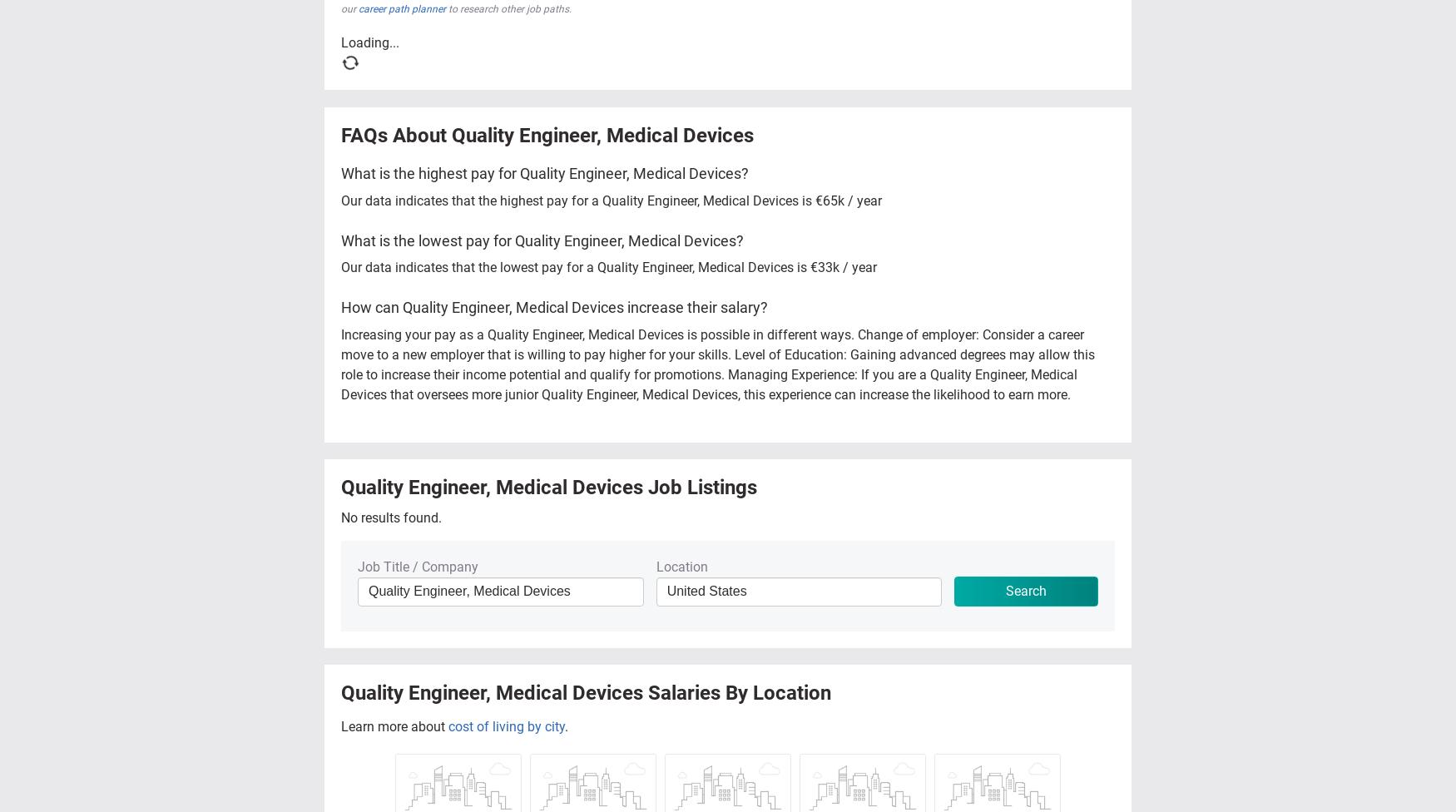 This screenshot has width=1456, height=812. What do you see at coordinates (681, 565) in the screenshot?
I see `'Location'` at bounding box center [681, 565].